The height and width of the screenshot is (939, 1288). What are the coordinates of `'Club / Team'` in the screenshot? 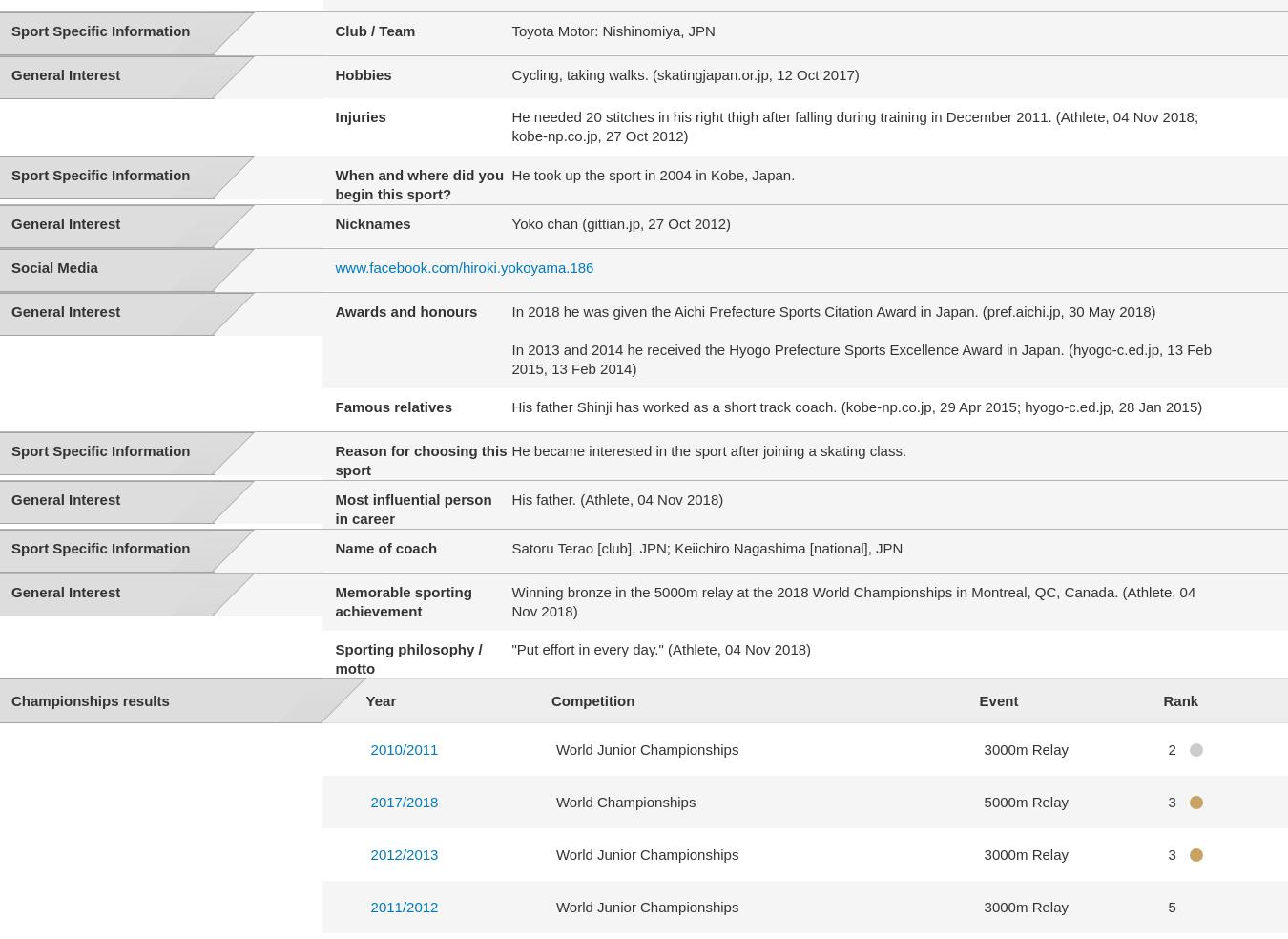 It's located at (374, 30).